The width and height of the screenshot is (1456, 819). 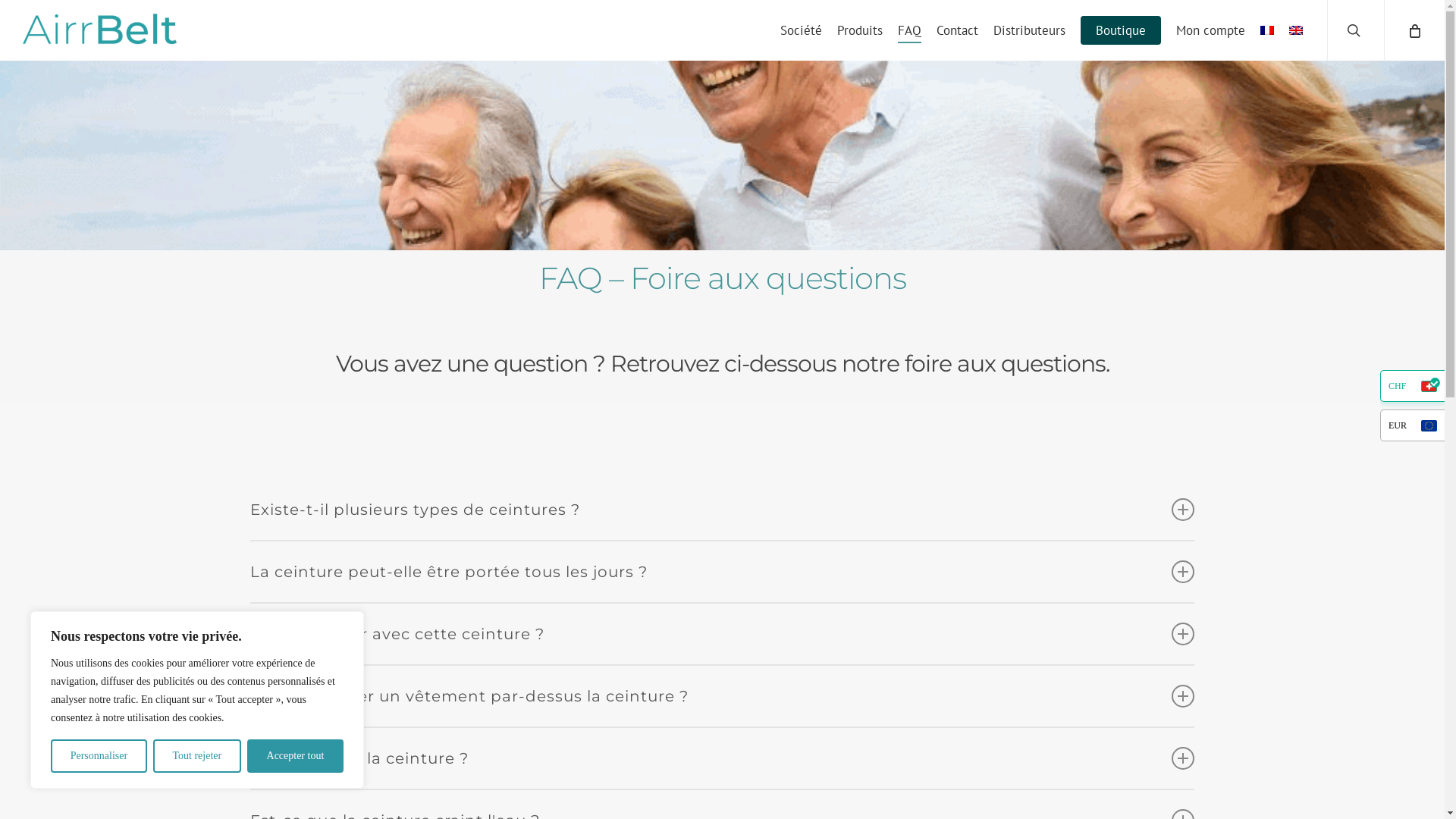 I want to click on 'EUR', so click(x=1411, y=425).